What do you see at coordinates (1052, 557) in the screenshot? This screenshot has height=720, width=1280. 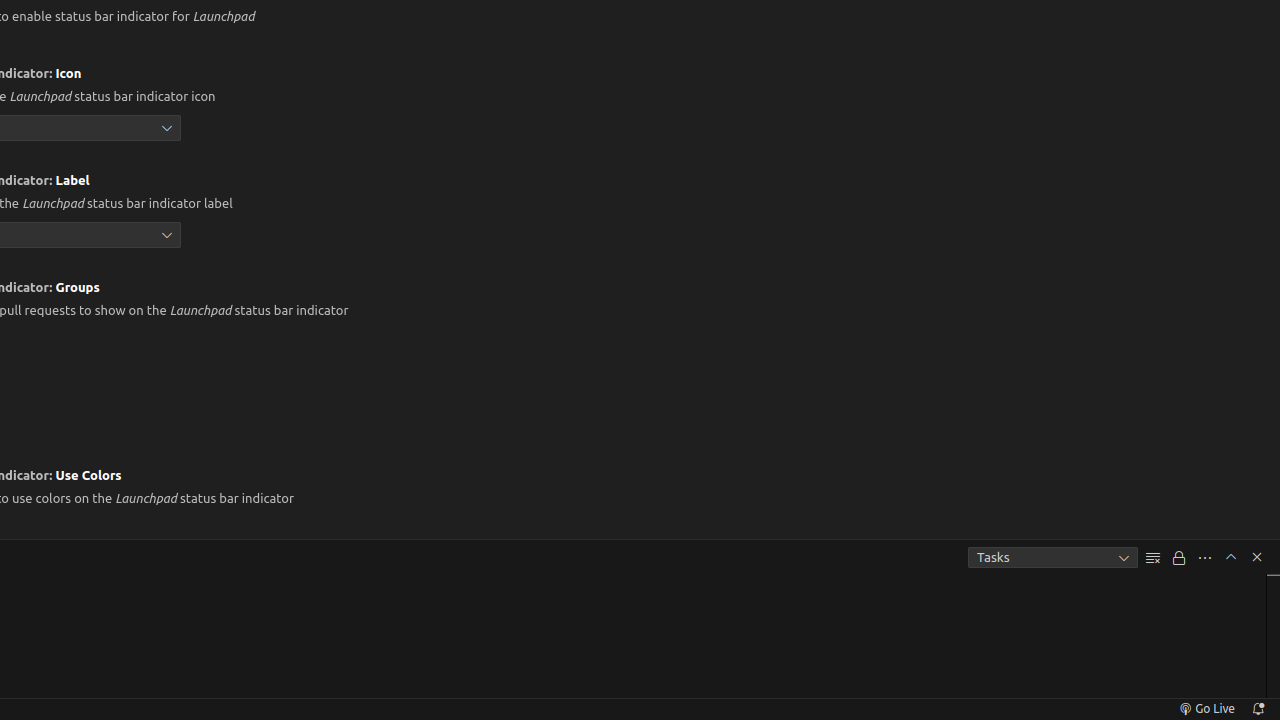 I see `'Tasks'` at bounding box center [1052, 557].